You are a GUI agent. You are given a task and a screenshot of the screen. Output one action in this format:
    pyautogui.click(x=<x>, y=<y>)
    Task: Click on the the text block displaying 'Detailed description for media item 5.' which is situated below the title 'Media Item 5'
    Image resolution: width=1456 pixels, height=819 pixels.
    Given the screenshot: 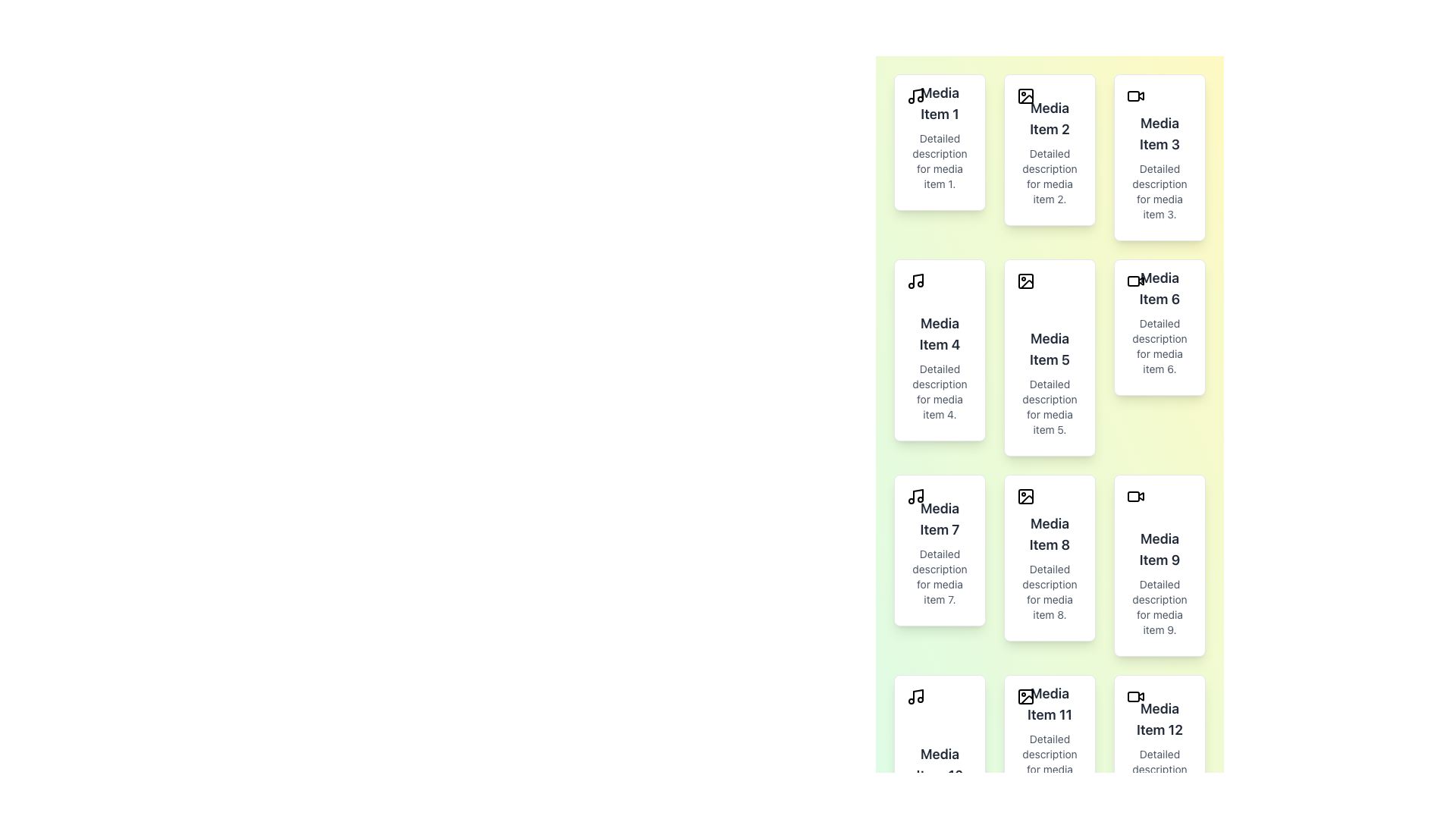 What is the action you would take?
    pyautogui.click(x=1049, y=406)
    